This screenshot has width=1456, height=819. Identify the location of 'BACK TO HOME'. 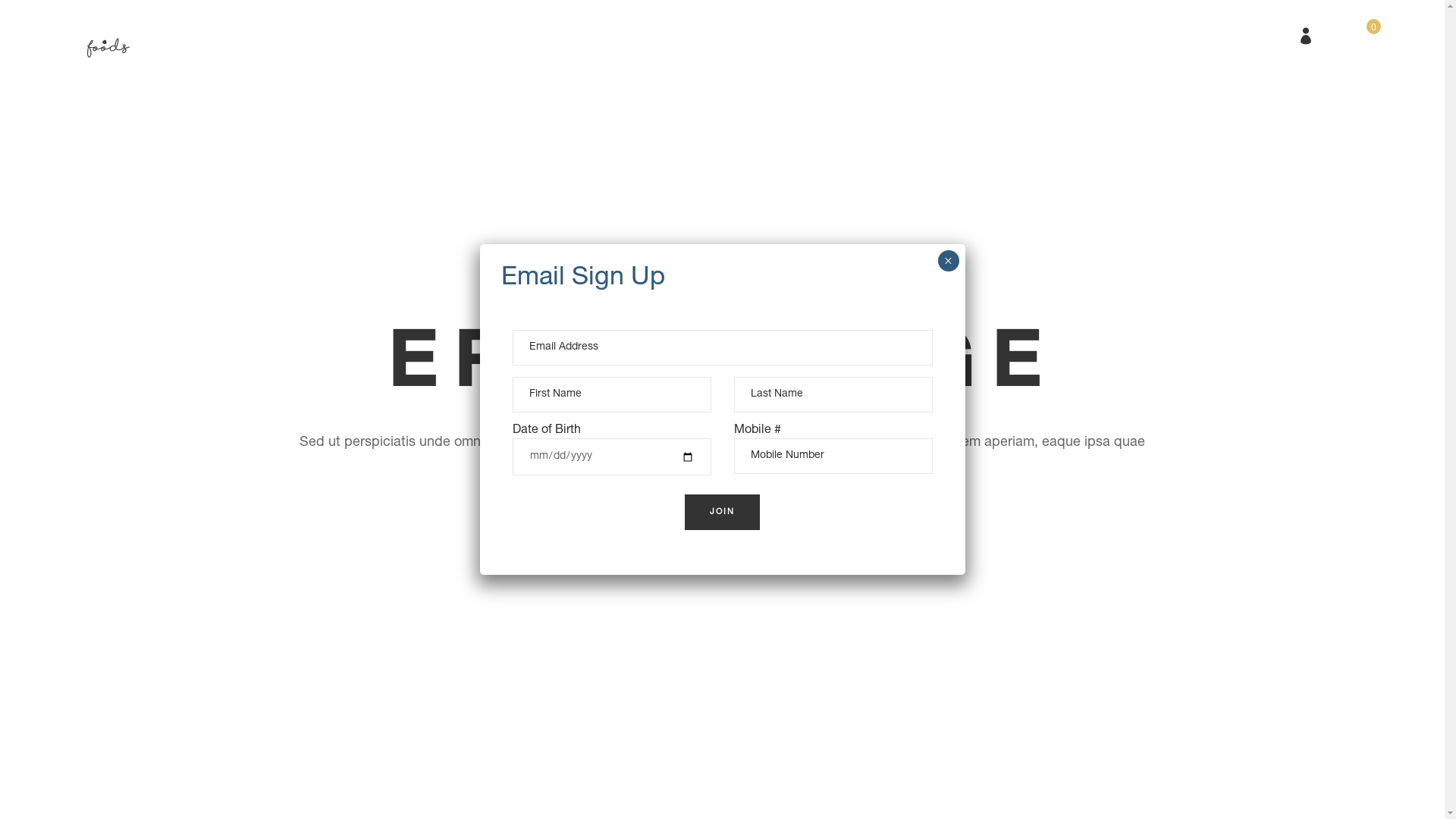
(655, 508).